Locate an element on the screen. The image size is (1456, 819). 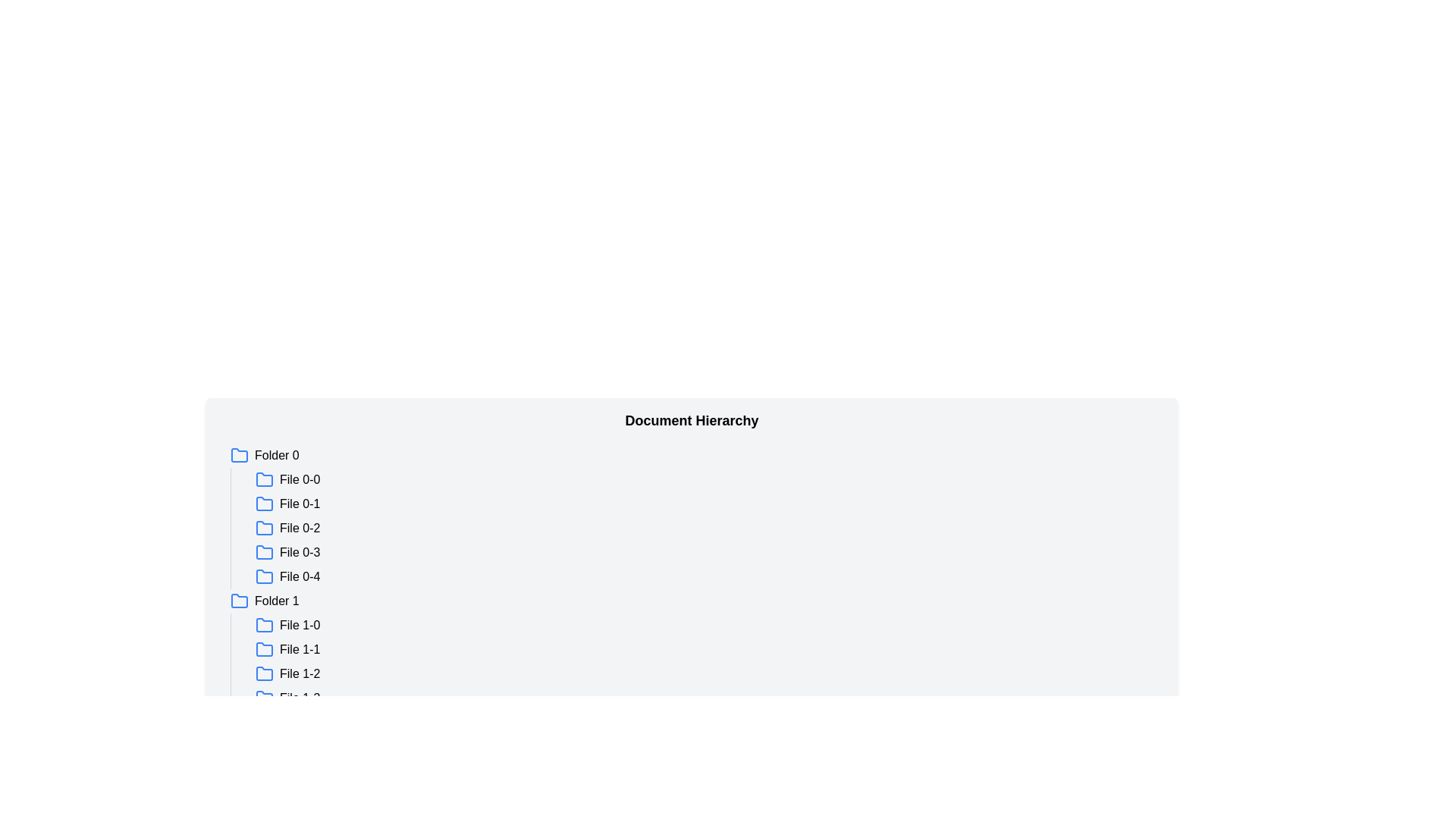
the blue folder-shaped icon located to the left of the text 'File 1-2', which is the third item under 'Folder 1' is located at coordinates (265, 673).